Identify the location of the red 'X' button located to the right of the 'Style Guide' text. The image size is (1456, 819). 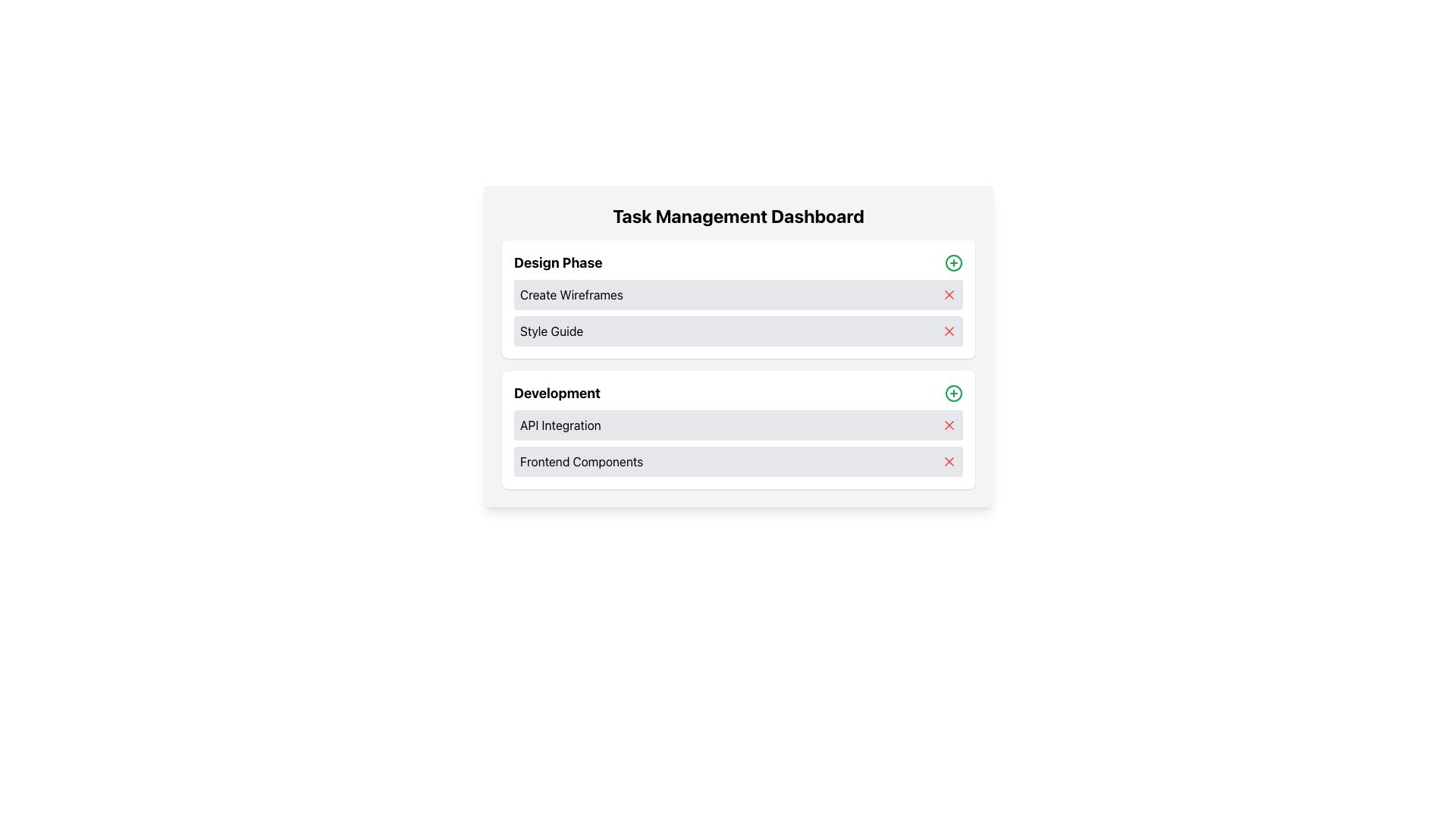
(949, 330).